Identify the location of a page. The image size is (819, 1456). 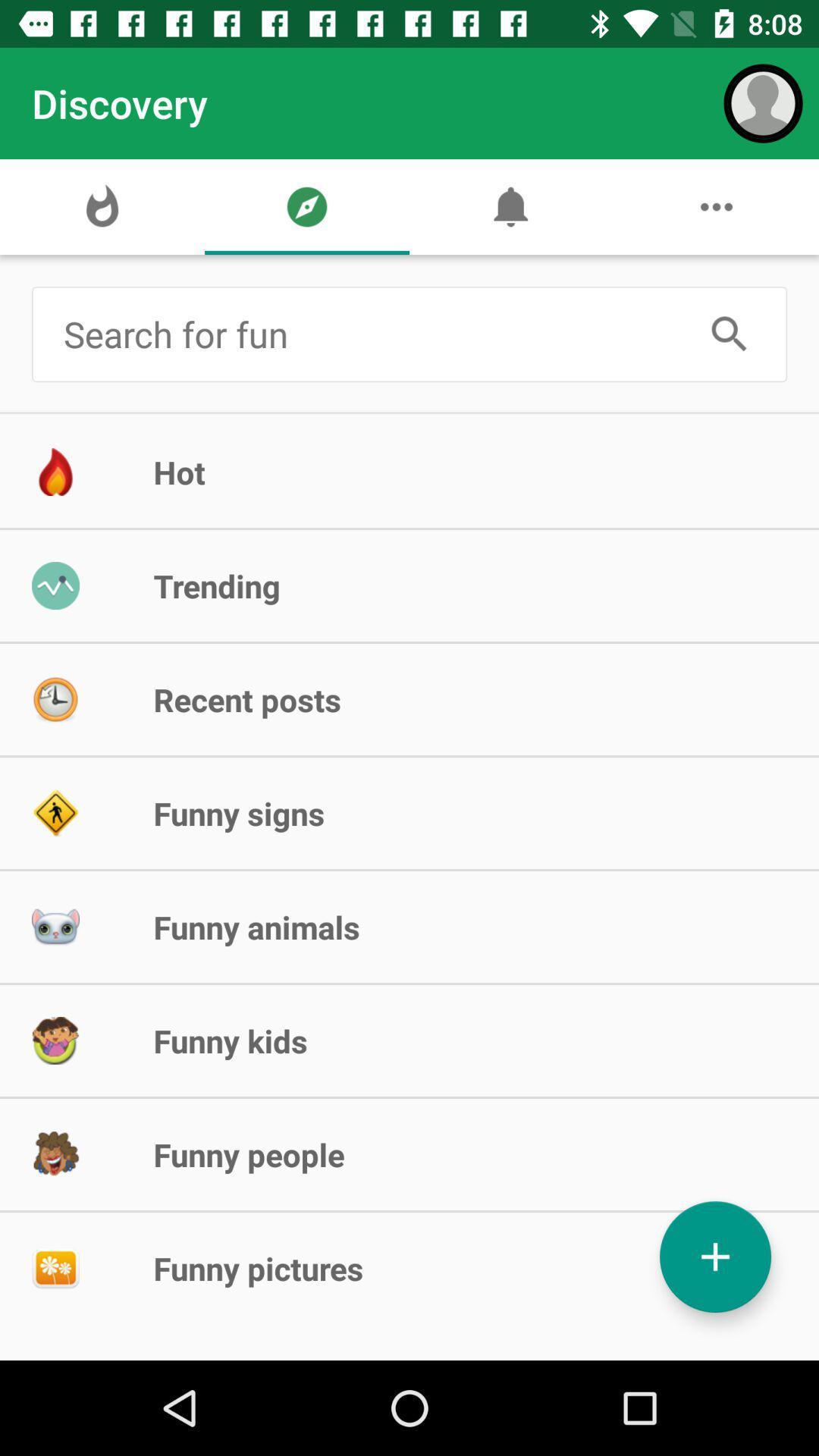
(715, 1257).